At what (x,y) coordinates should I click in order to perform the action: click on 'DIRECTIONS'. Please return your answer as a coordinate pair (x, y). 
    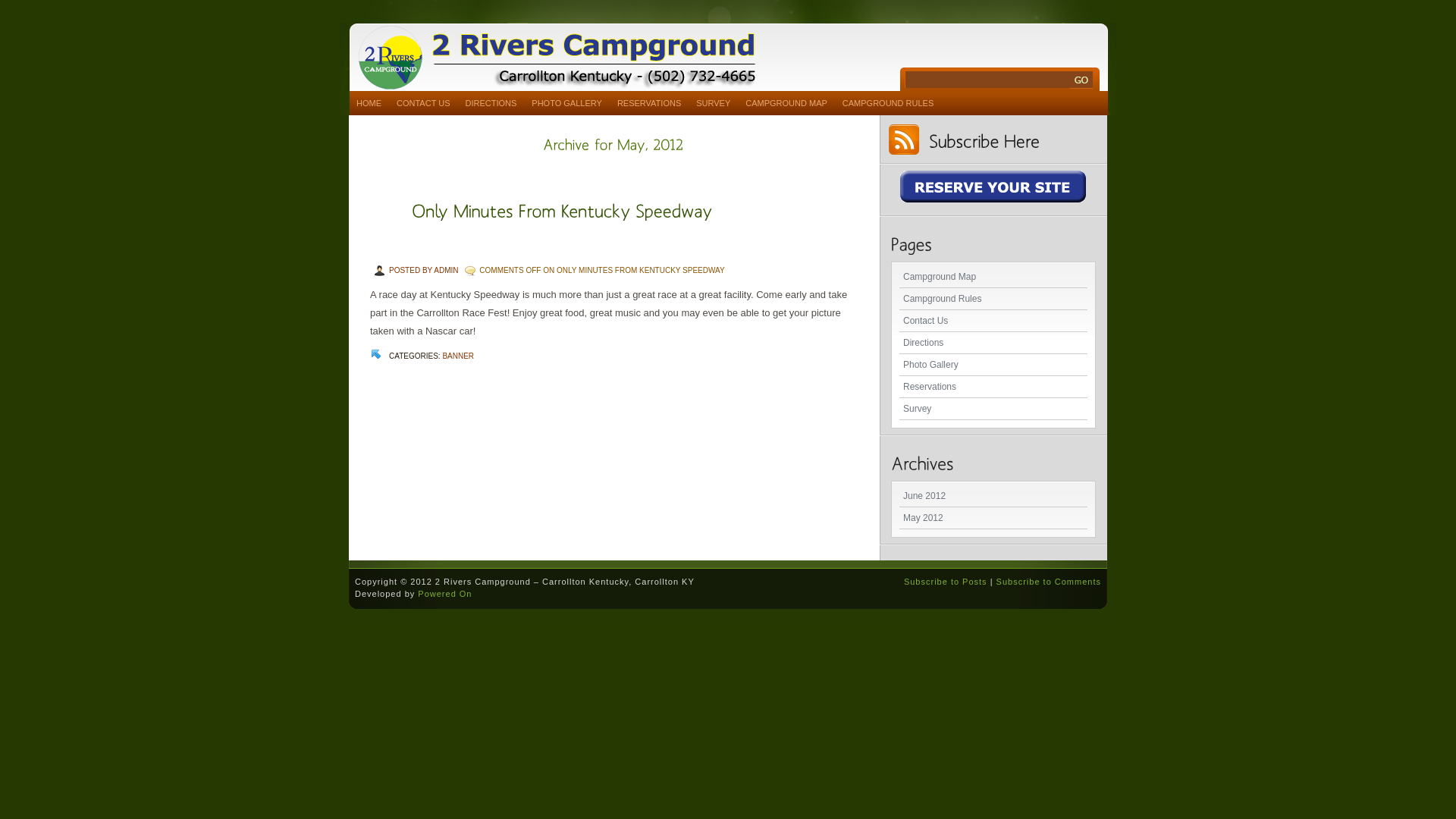
    Looking at the image, I should click on (457, 102).